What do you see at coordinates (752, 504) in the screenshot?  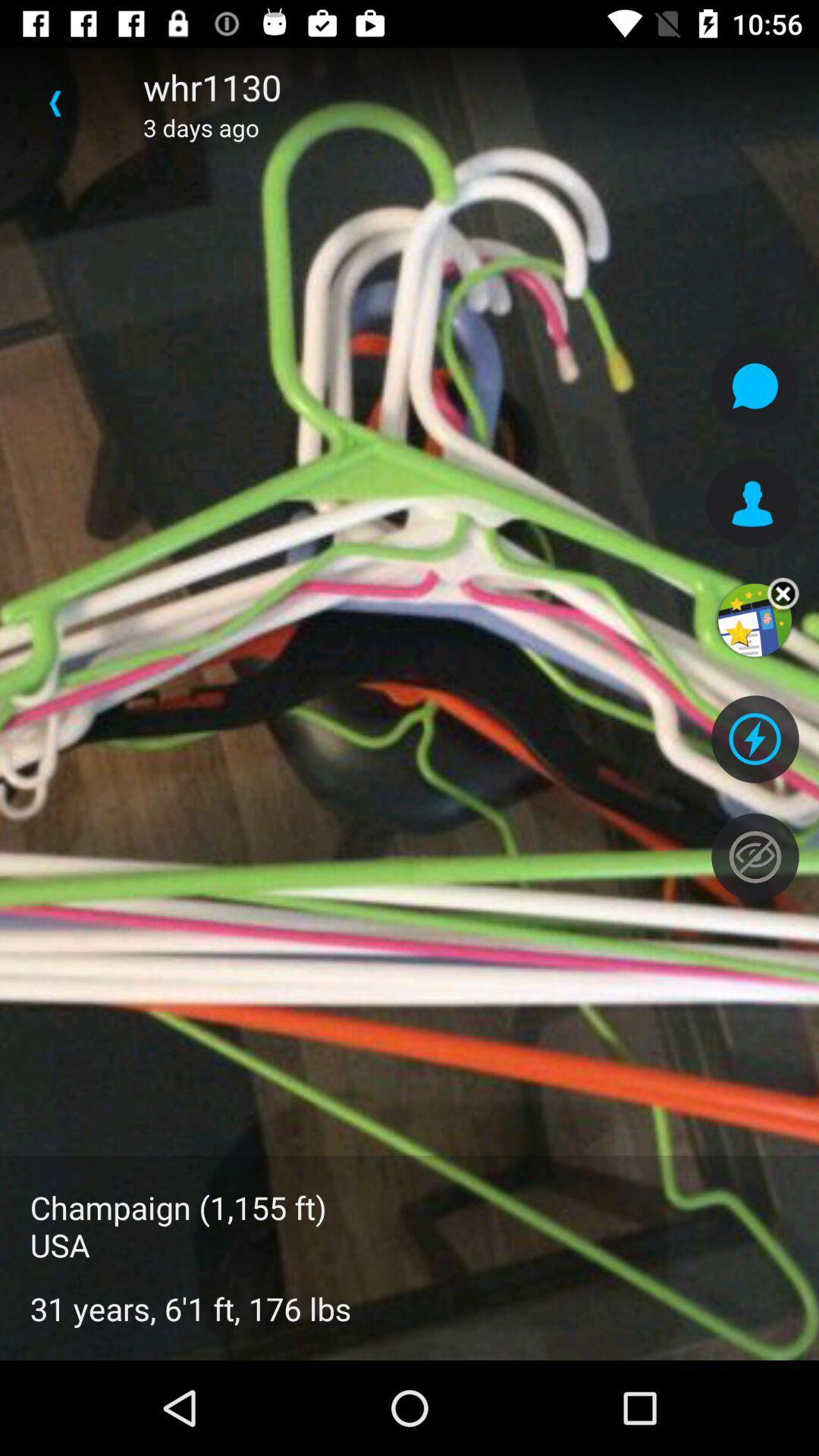 I see `the avatar icon` at bounding box center [752, 504].